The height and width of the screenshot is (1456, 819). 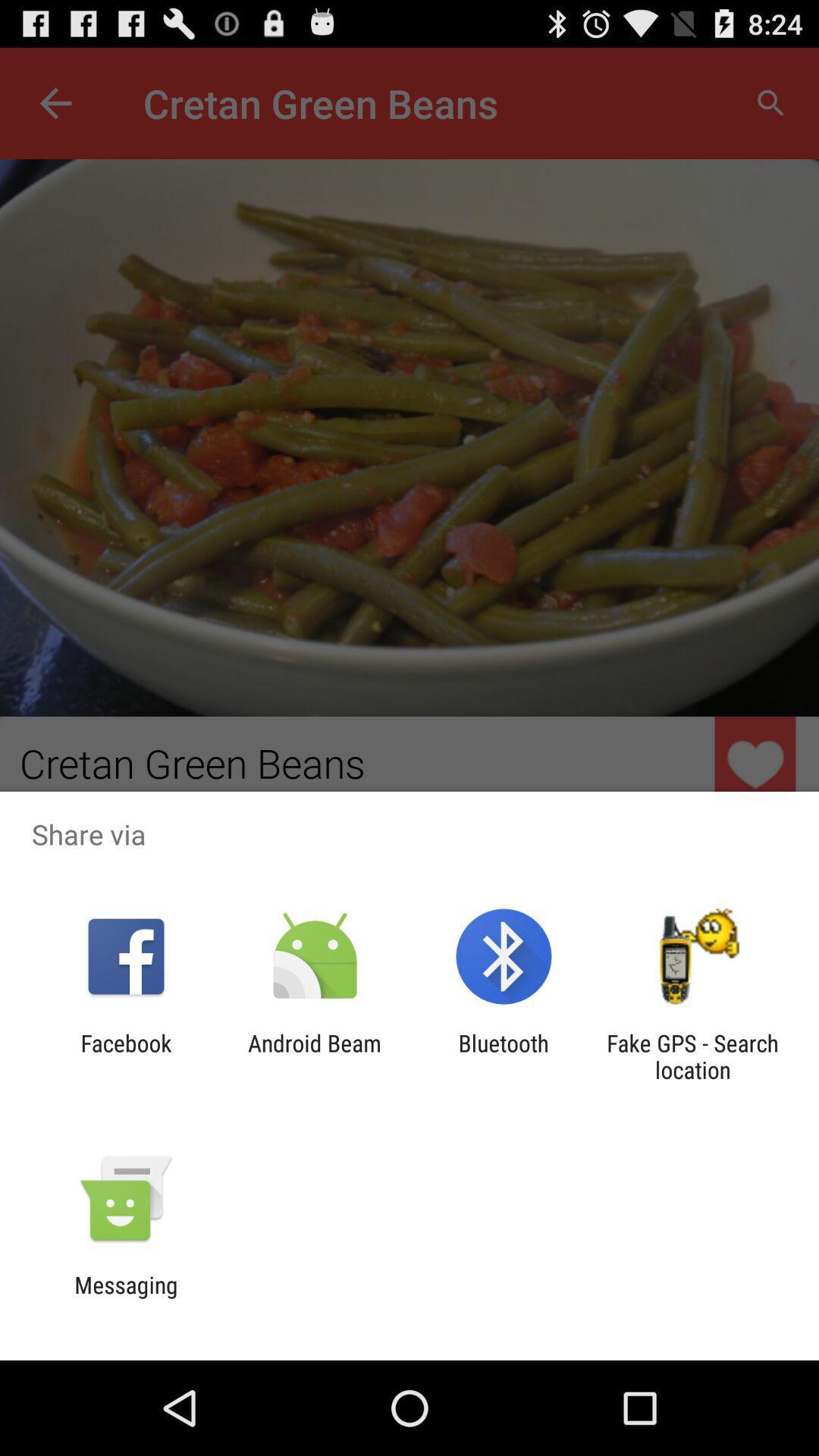 I want to click on the facebook app, so click(x=125, y=1056).